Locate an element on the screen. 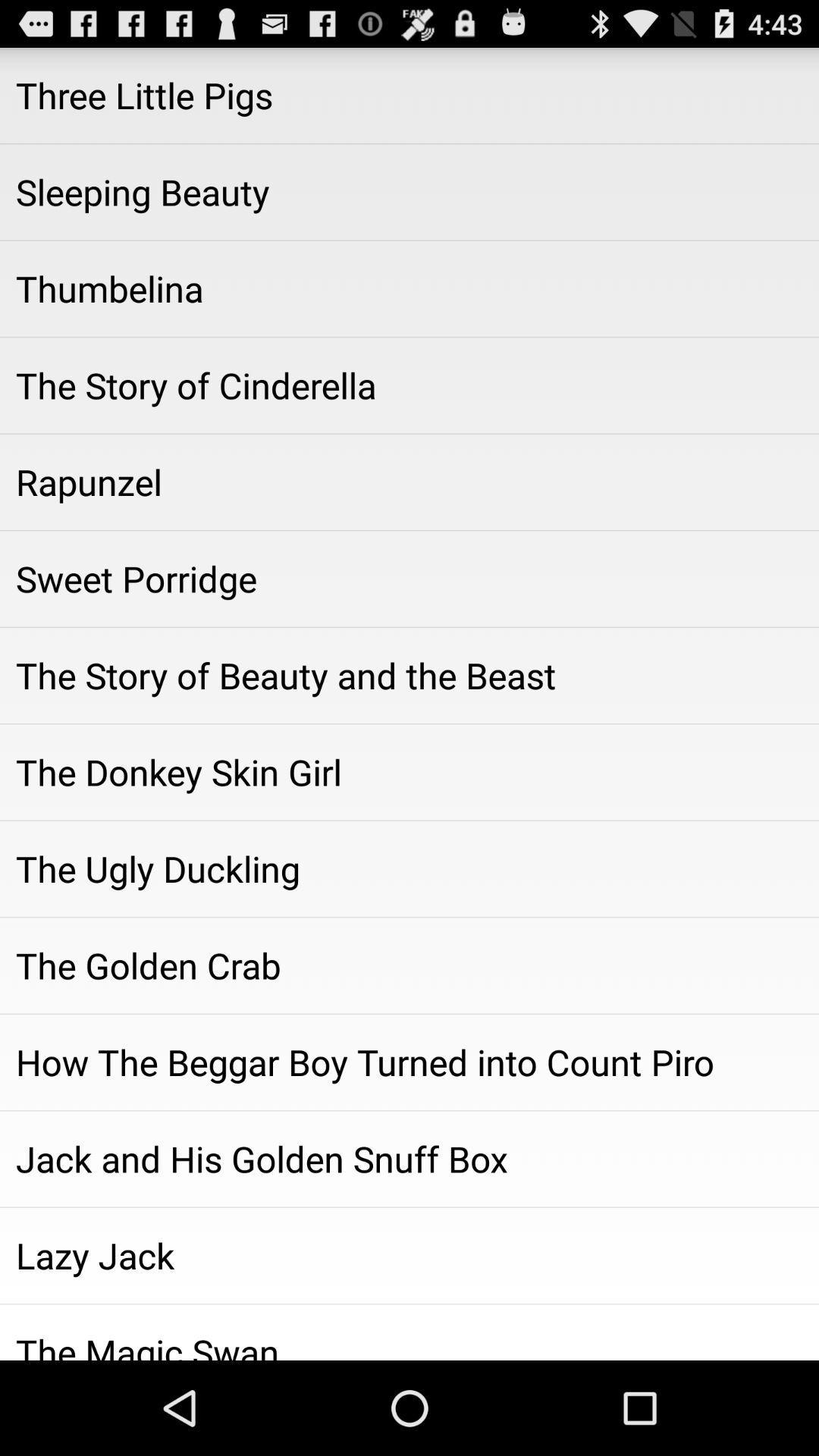  icon above the sleeping beauty is located at coordinates (409, 94).